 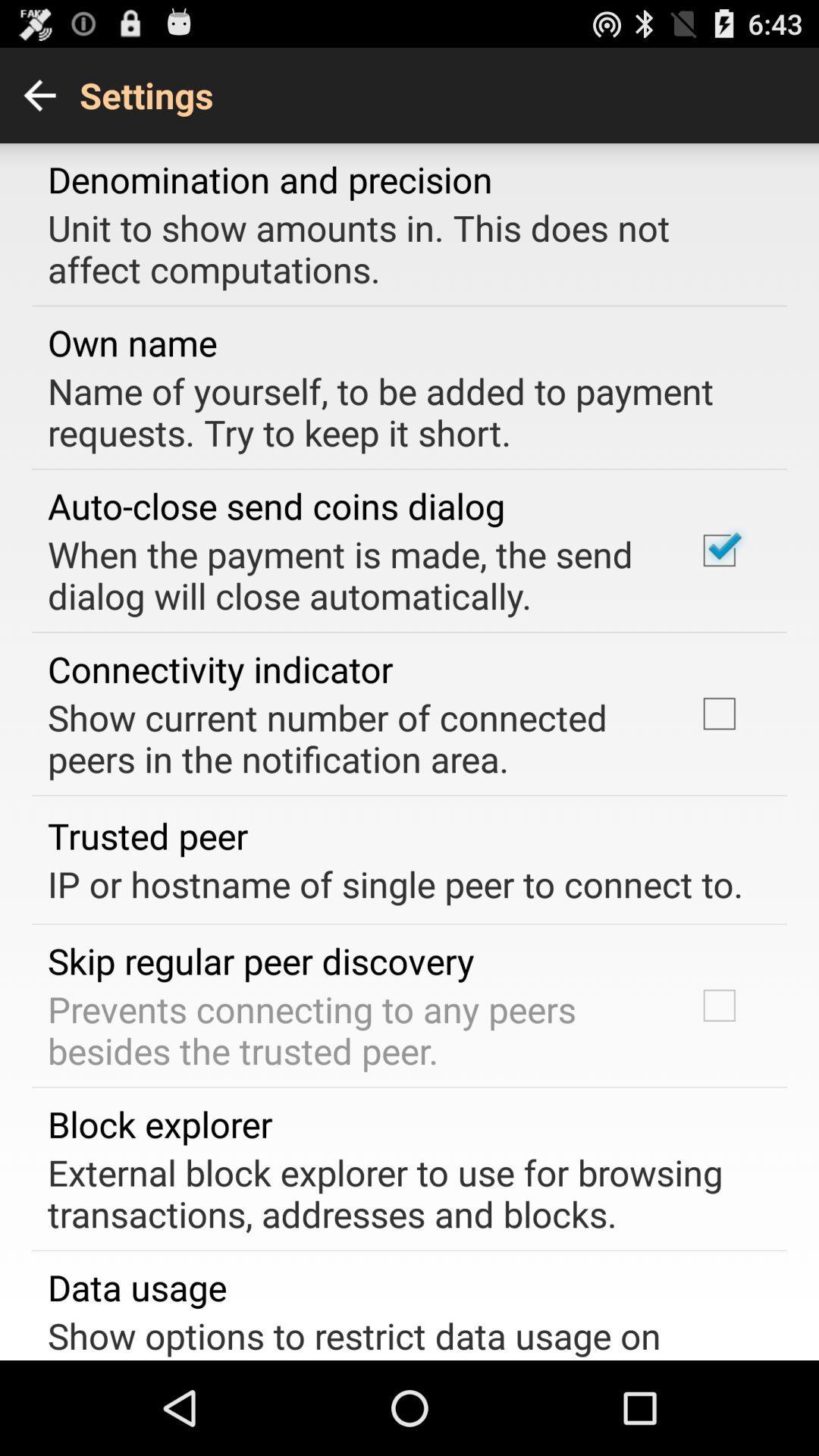 What do you see at coordinates (351, 1030) in the screenshot?
I see `the item above the block explorer icon` at bounding box center [351, 1030].